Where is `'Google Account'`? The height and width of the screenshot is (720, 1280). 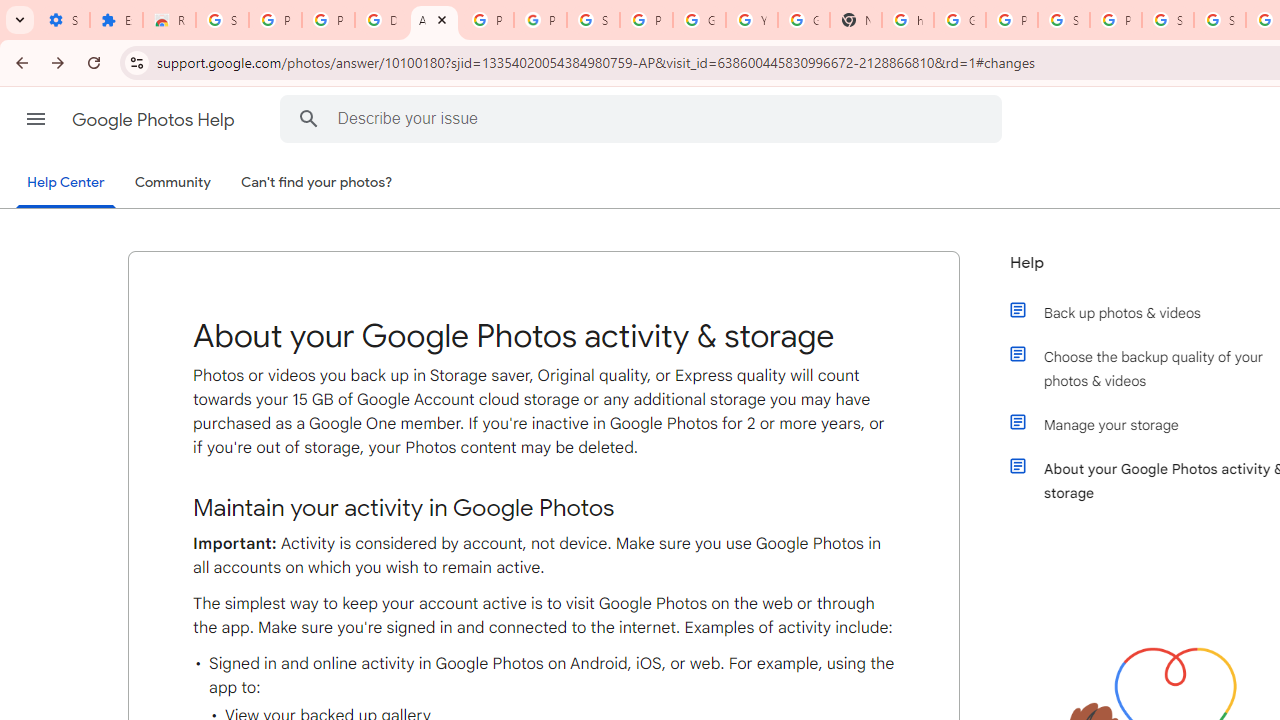 'Google Account' is located at coordinates (699, 20).